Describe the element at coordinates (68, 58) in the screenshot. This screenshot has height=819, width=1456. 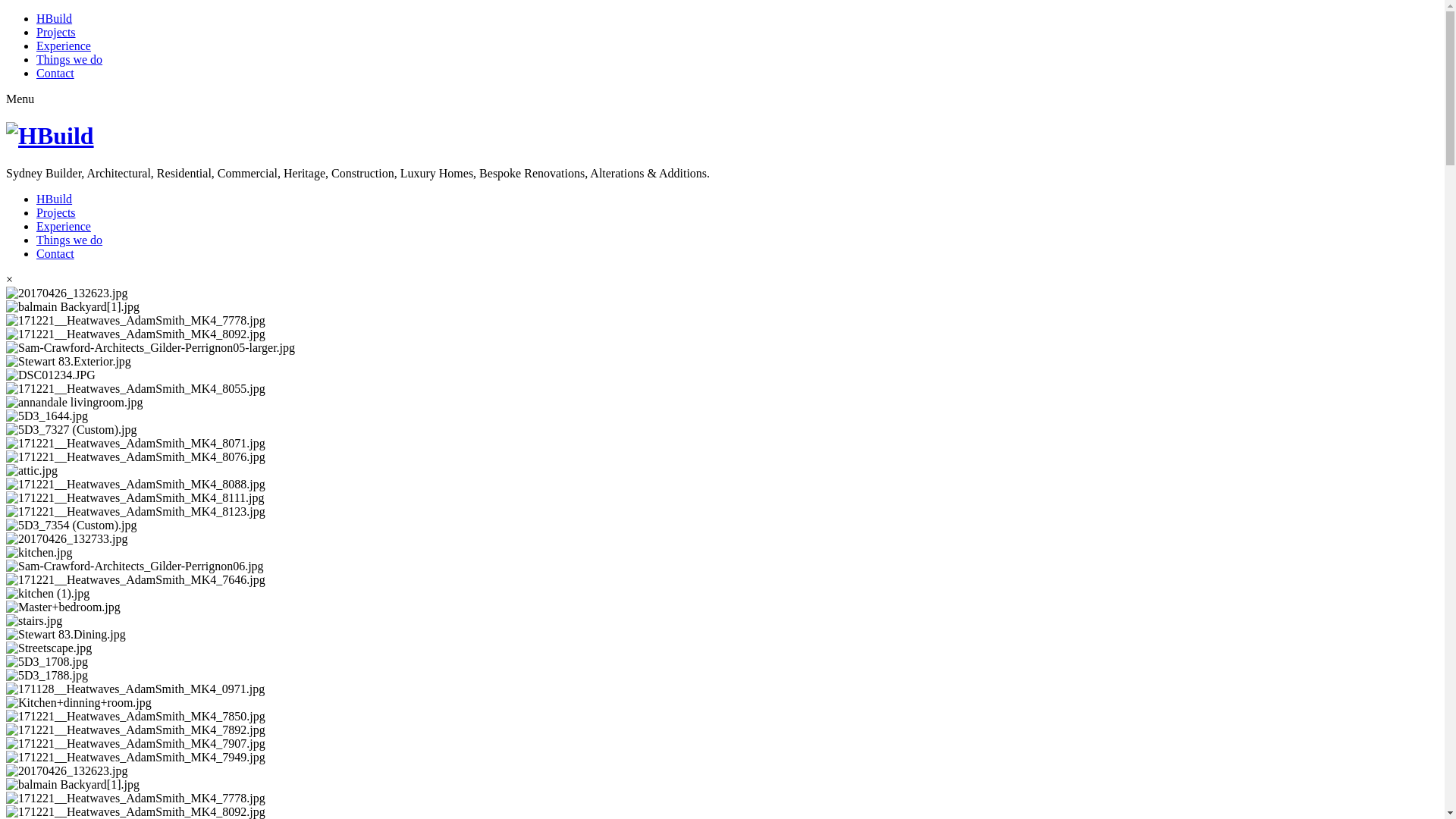
I see `'Things we do'` at that location.